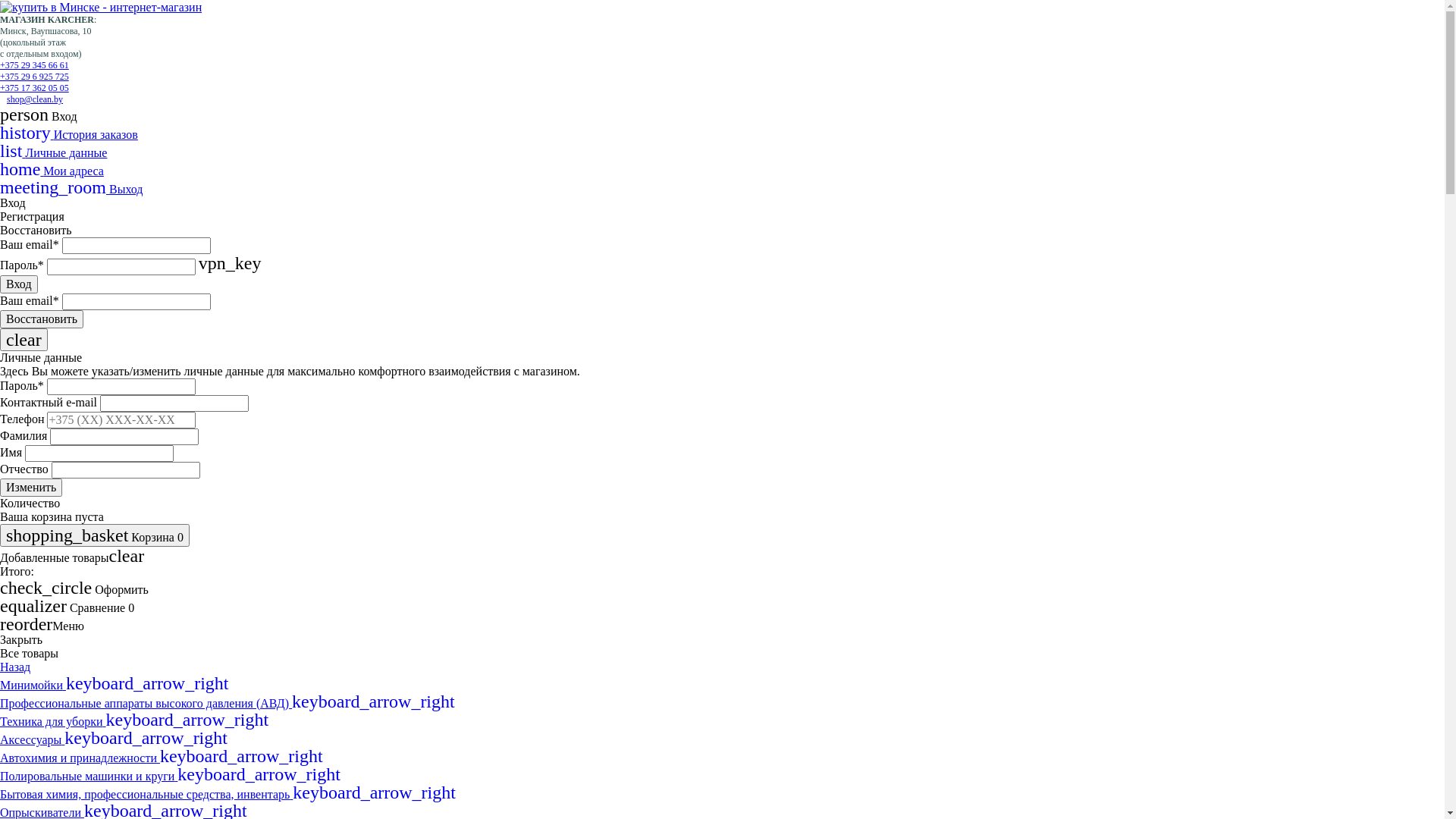  Describe the element at coordinates (0, 87) in the screenshot. I see `'+375 17 362 05 05'` at that location.